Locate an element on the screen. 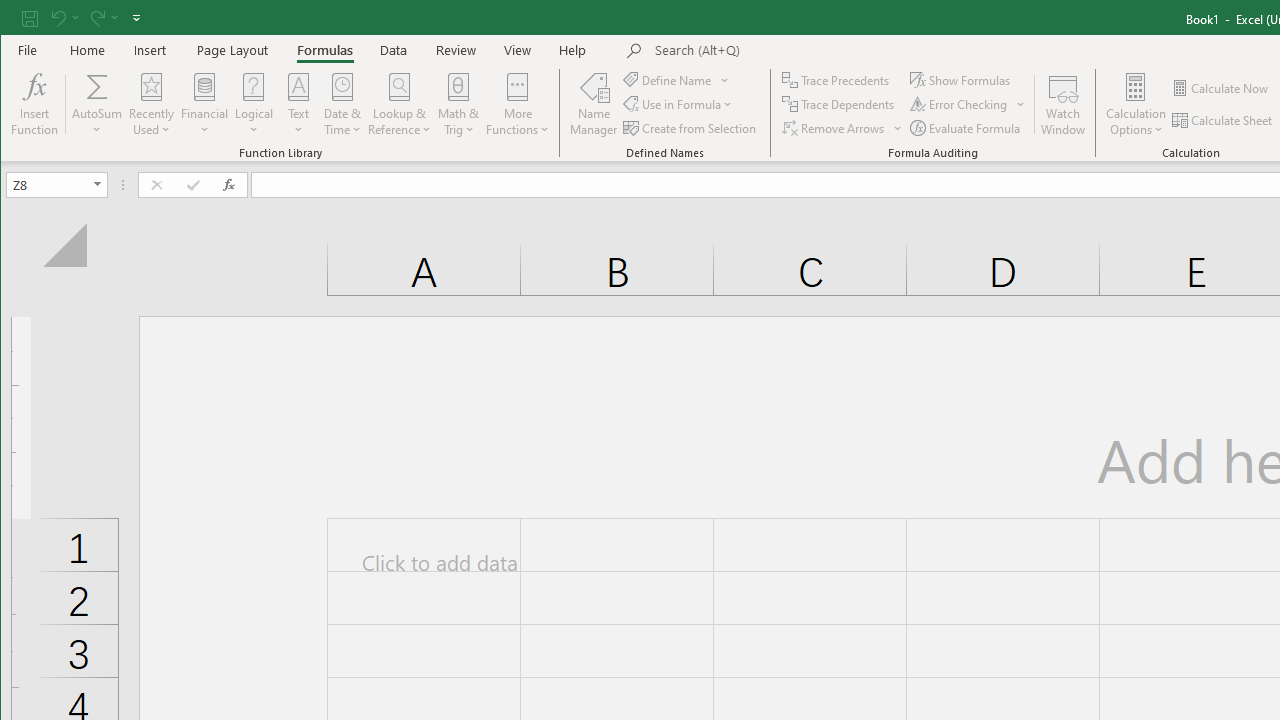  'Lookup & Reference' is located at coordinates (400, 104).